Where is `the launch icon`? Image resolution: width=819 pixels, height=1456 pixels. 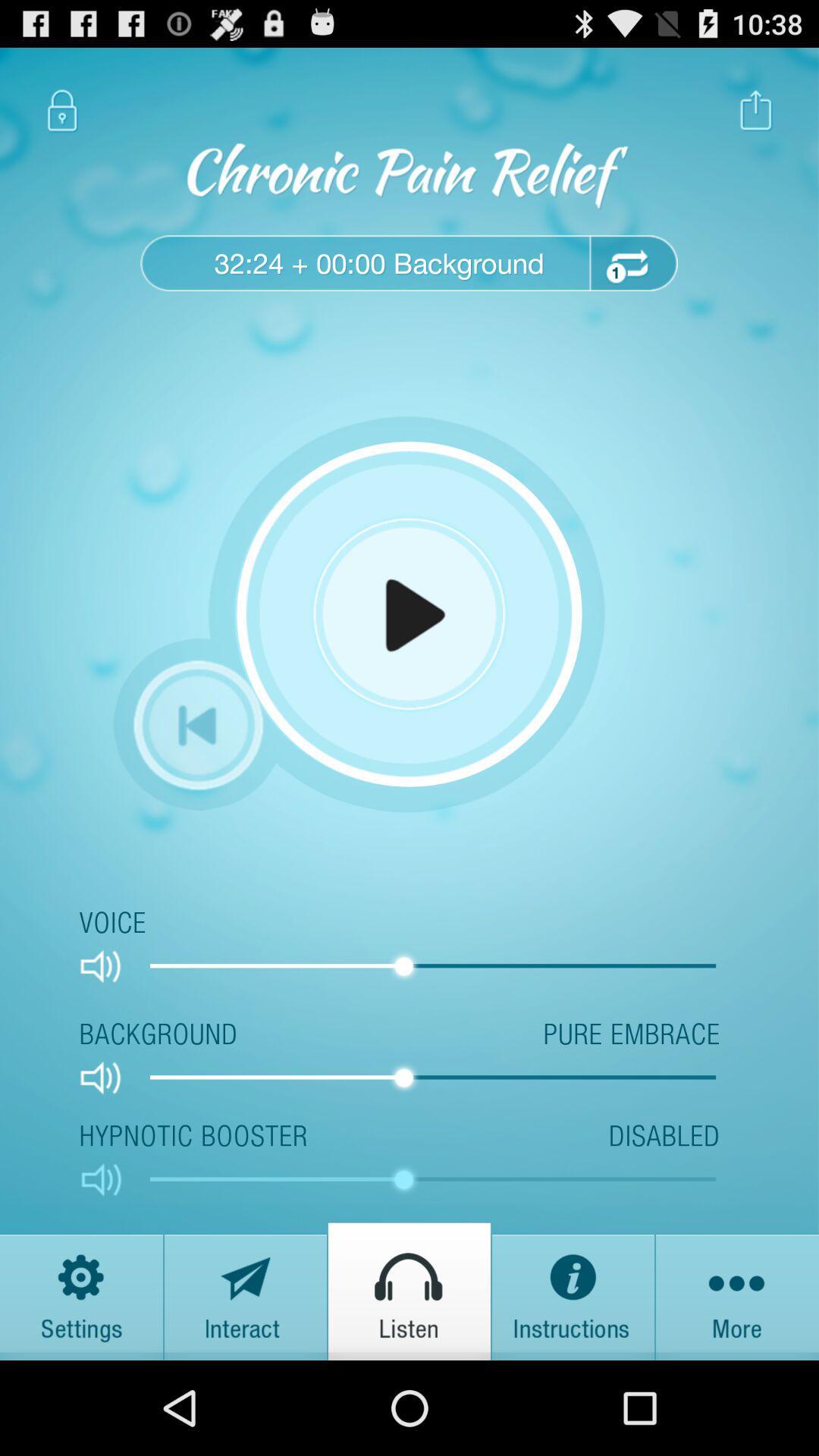
the launch icon is located at coordinates (756, 118).